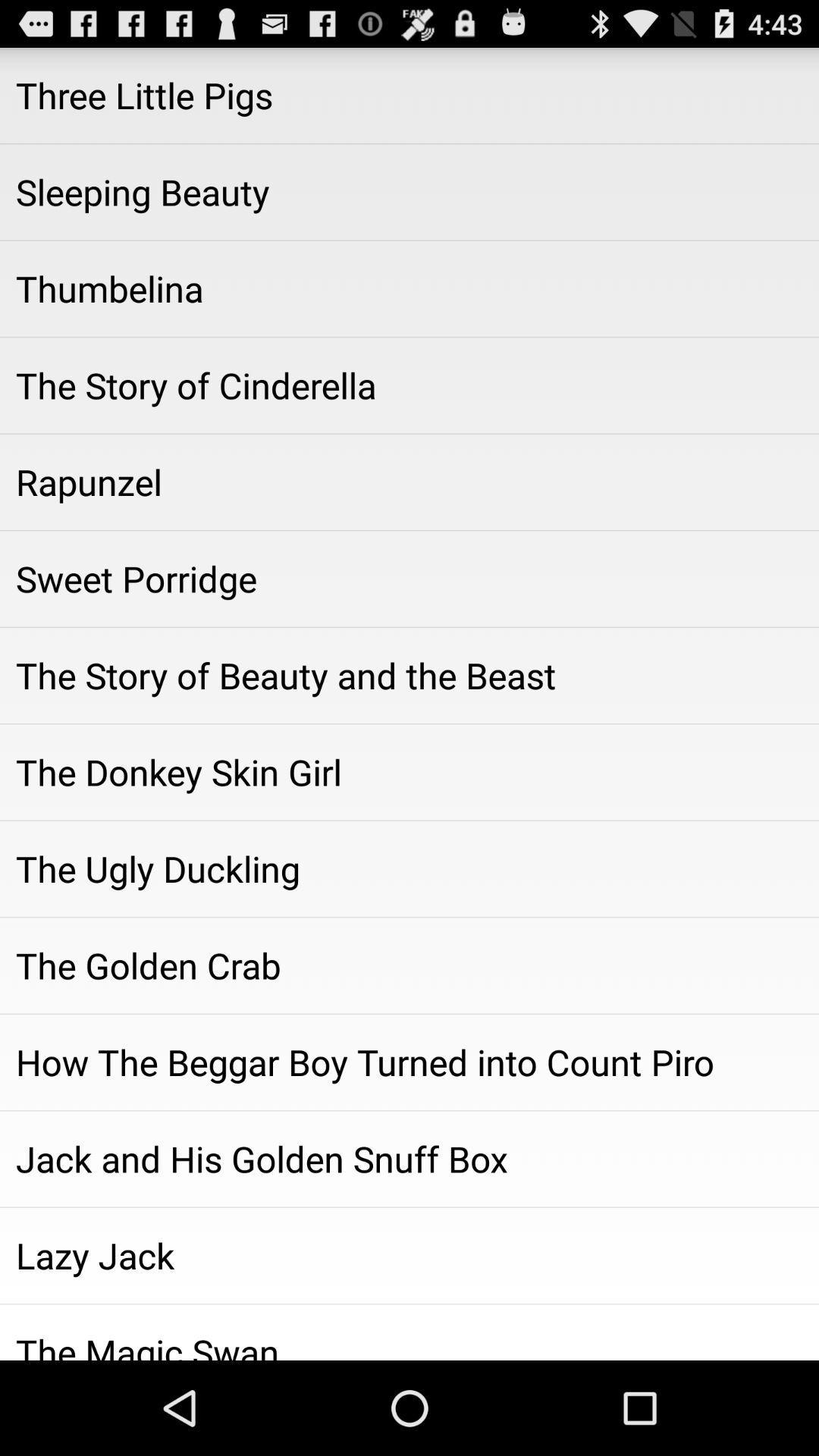 The width and height of the screenshot is (819, 1456). What do you see at coordinates (409, 1062) in the screenshot?
I see `the item above jack and his` at bounding box center [409, 1062].